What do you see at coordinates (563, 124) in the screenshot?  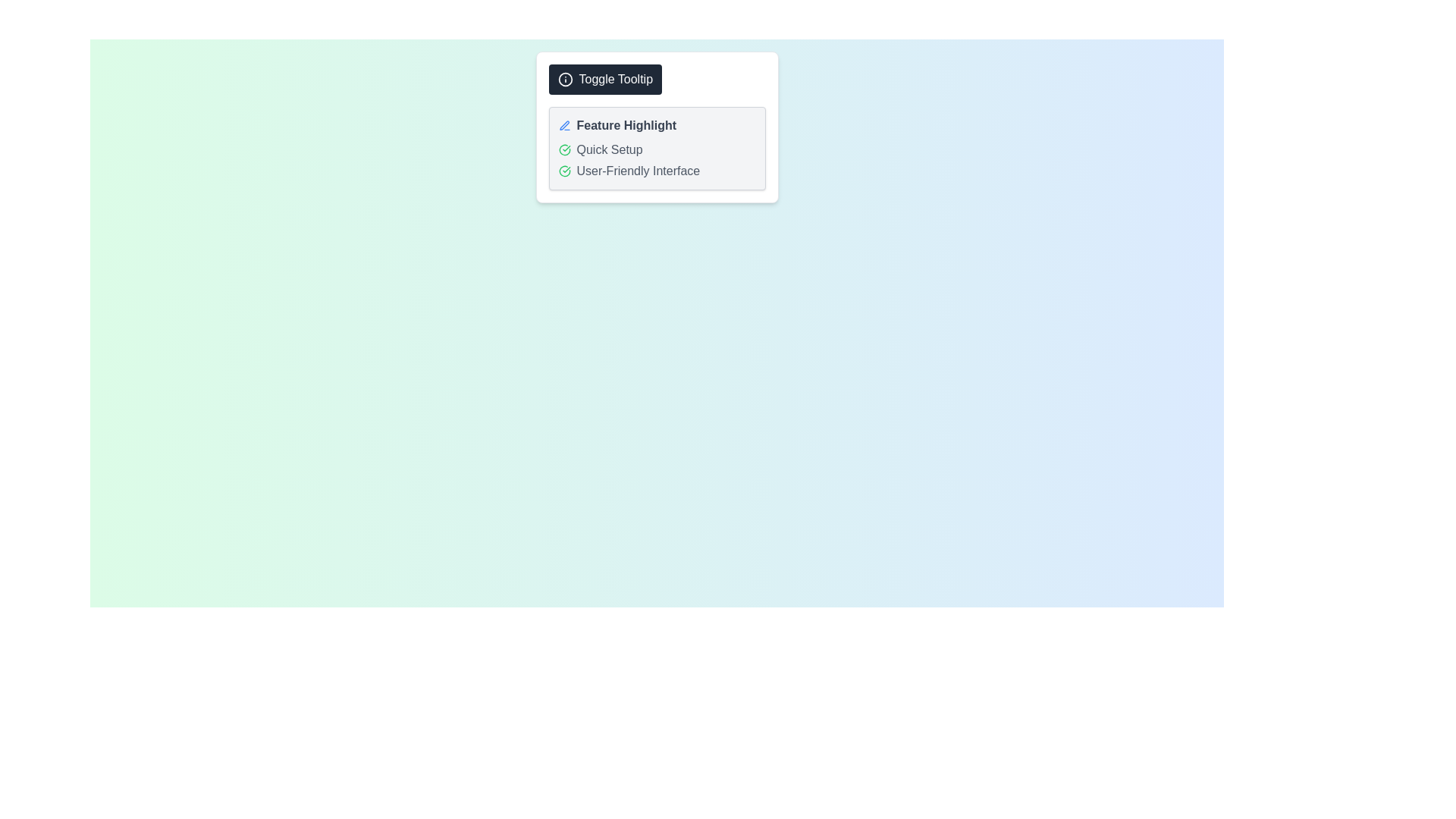 I see `the pen-like icon, which is a blue graphical representation of editing functionality, located to the left of the bold text 'Feature Highlight.'` at bounding box center [563, 124].